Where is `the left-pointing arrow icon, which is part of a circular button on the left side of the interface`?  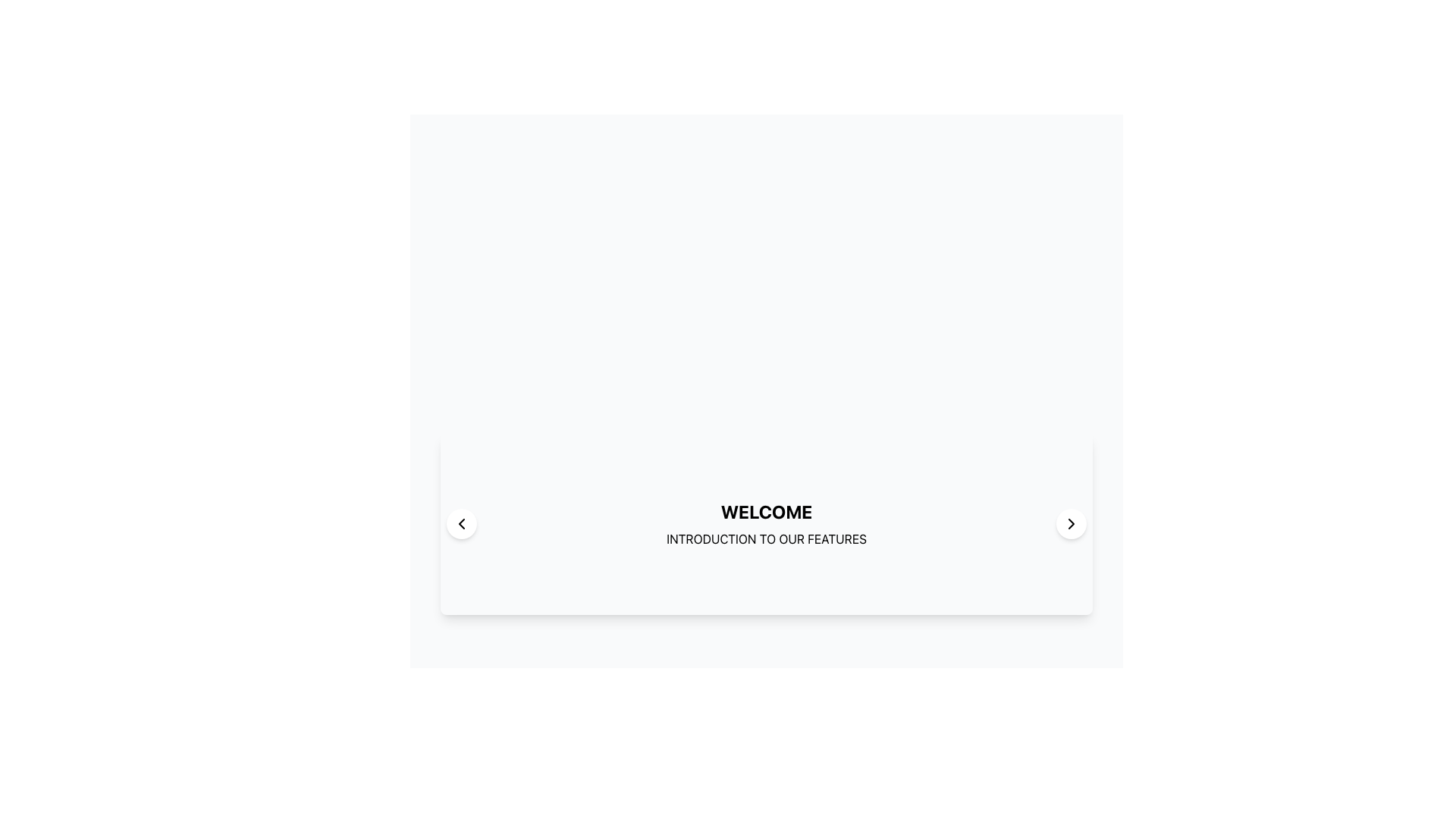
the left-pointing arrow icon, which is part of a circular button on the left side of the interface is located at coordinates (461, 522).